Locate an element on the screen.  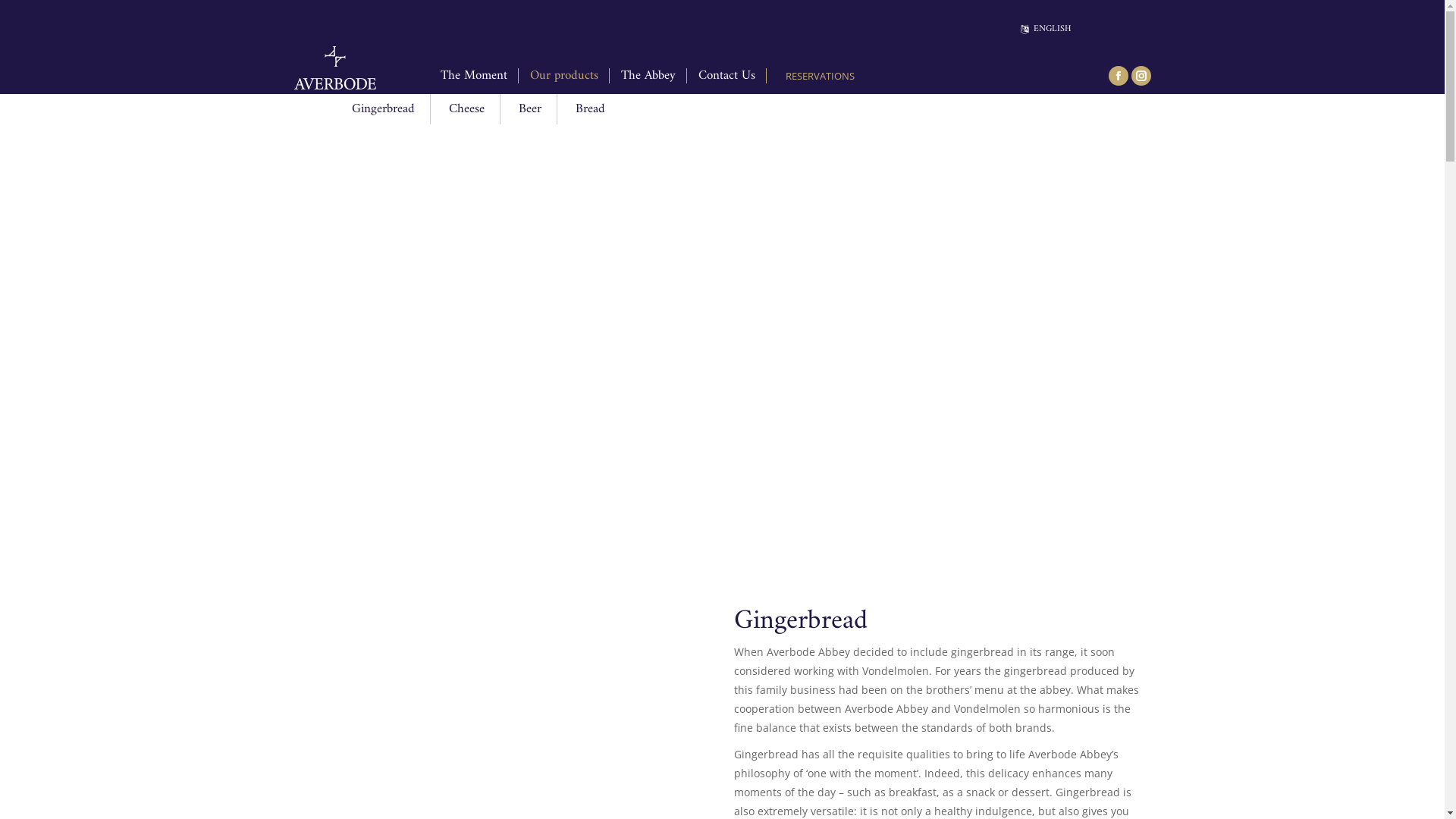
'Our products' is located at coordinates (563, 76).